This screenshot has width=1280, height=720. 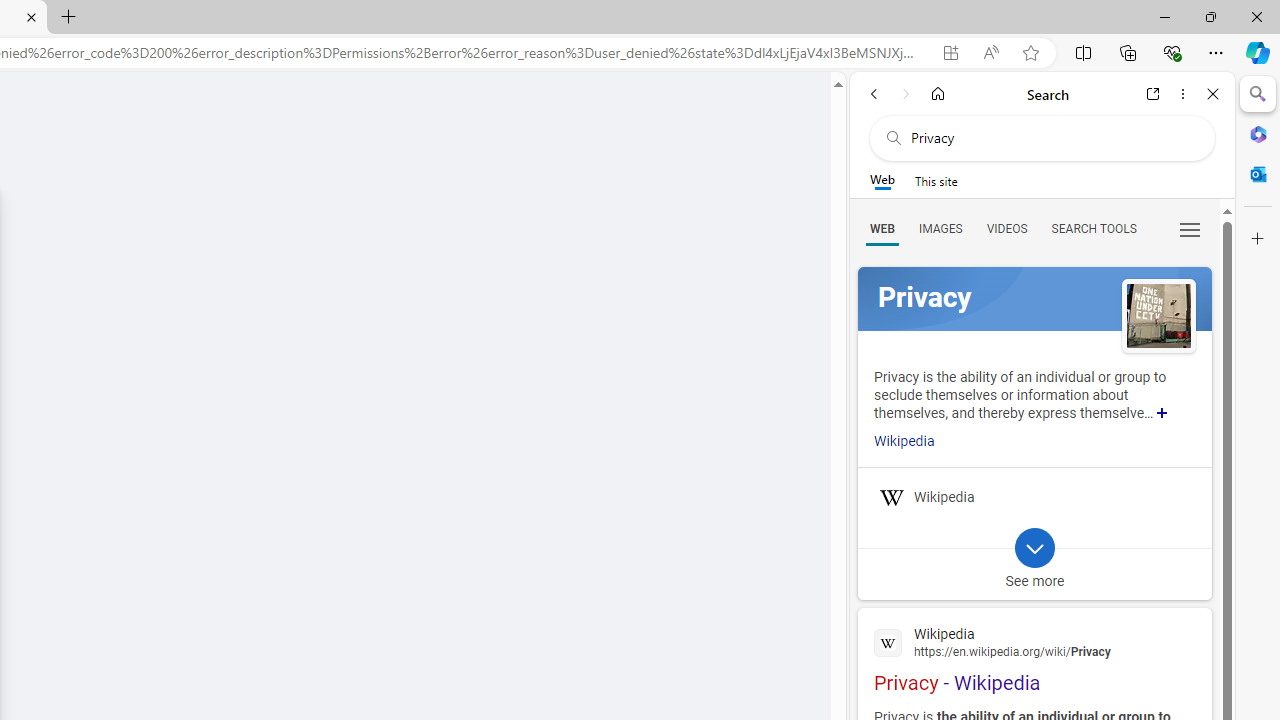 I want to click on 'See more images of Privacy', so click(x=1158, y=316).